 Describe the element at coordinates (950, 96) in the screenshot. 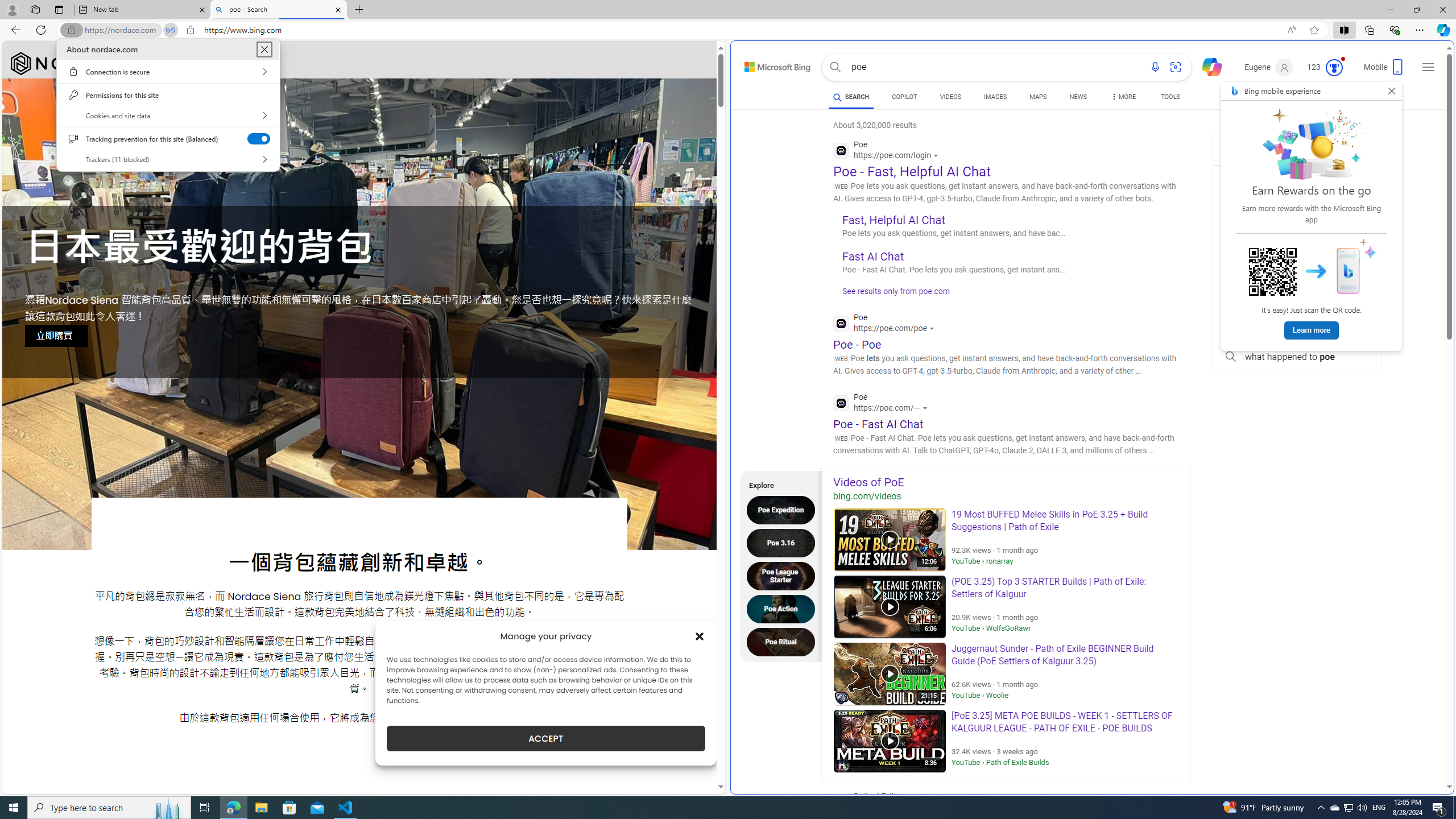

I see `'VIDEOS'` at that location.